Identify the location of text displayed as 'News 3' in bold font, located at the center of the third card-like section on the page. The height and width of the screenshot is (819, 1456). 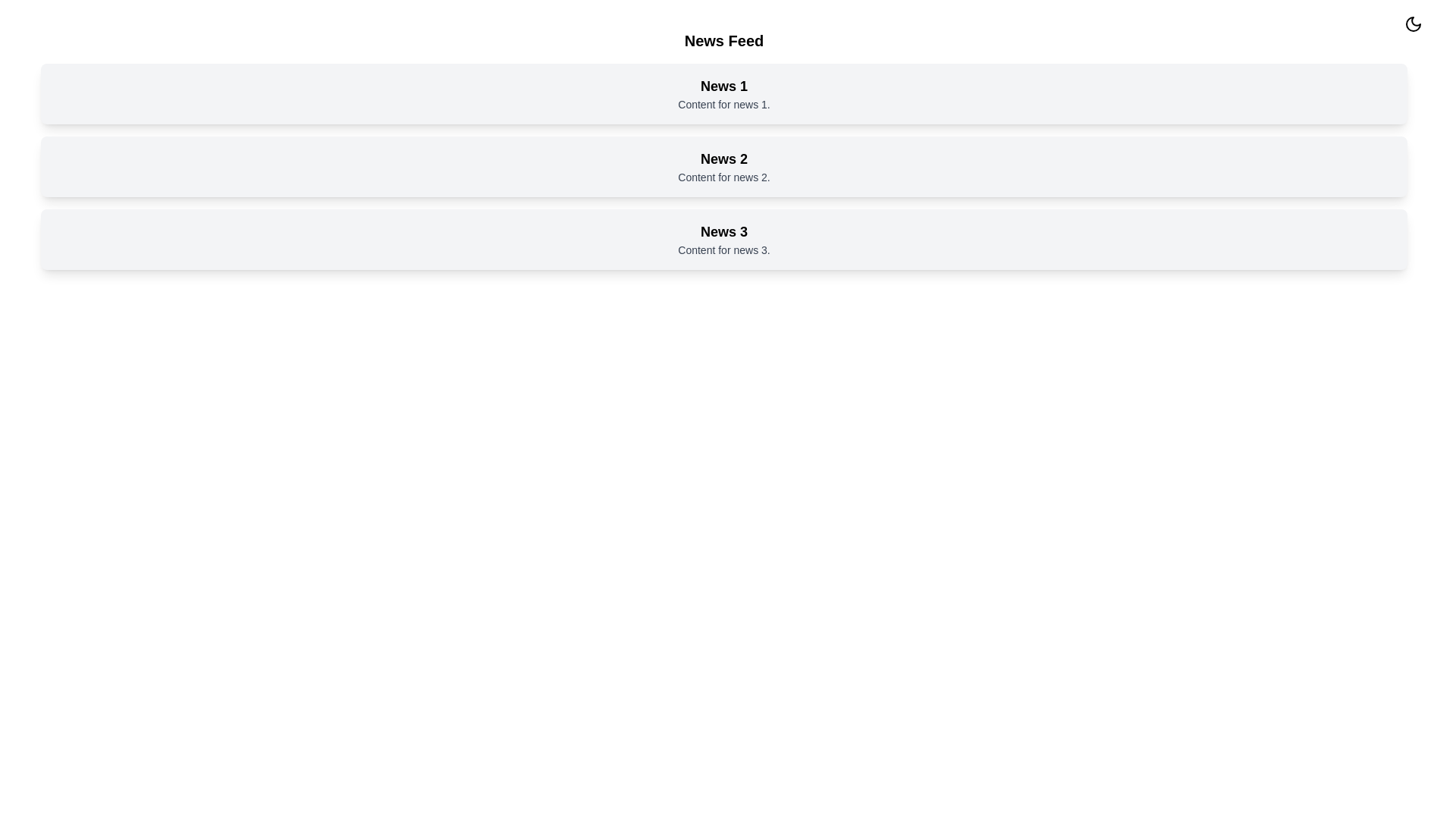
(723, 231).